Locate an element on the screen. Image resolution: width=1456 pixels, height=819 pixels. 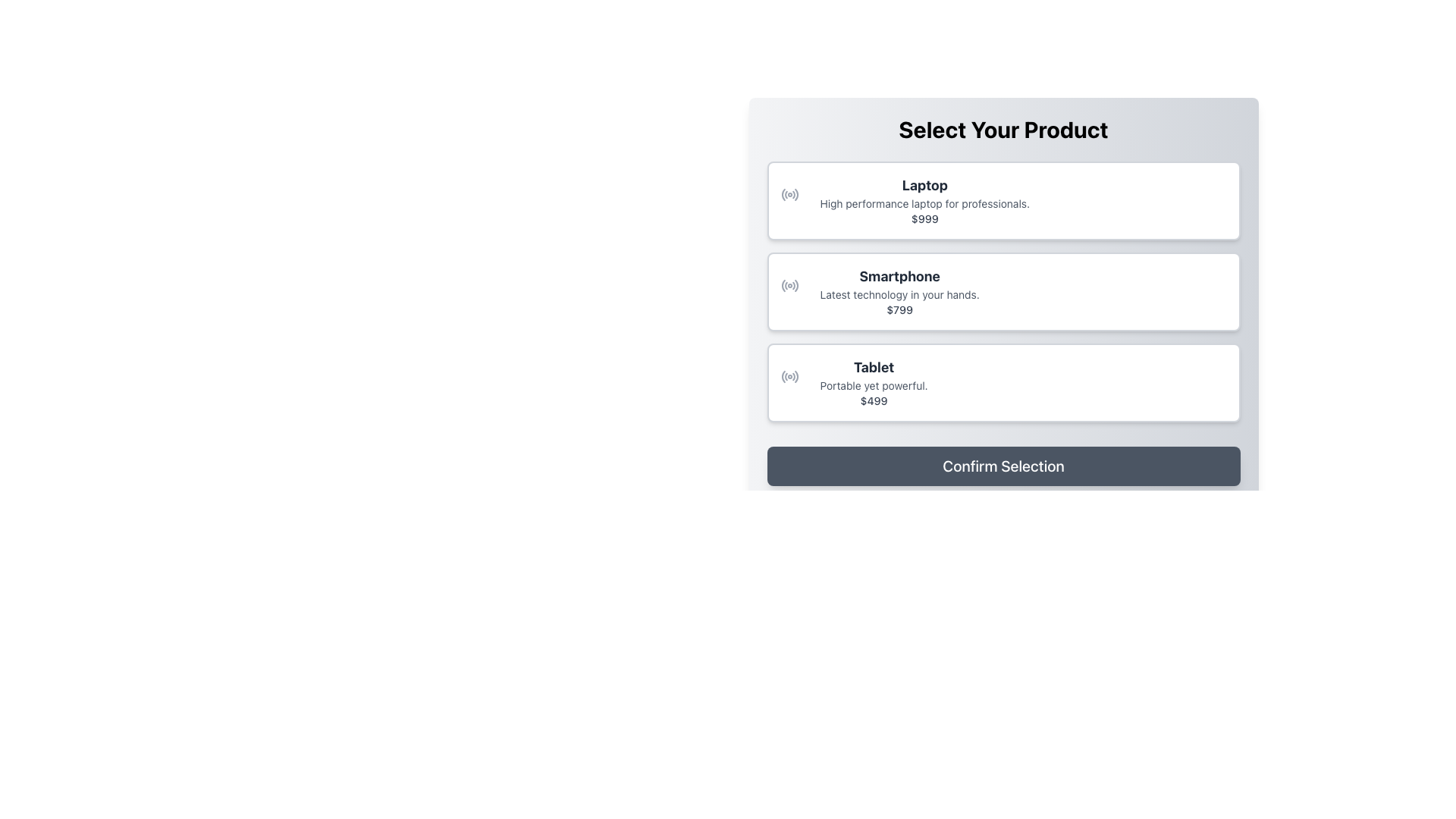
the text element that displays 'Latest technology in your hands.', which is styled in a small, gray font and positioned under the heading 'Smartphone' and above the price '$799' is located at coordinates (899, 295).